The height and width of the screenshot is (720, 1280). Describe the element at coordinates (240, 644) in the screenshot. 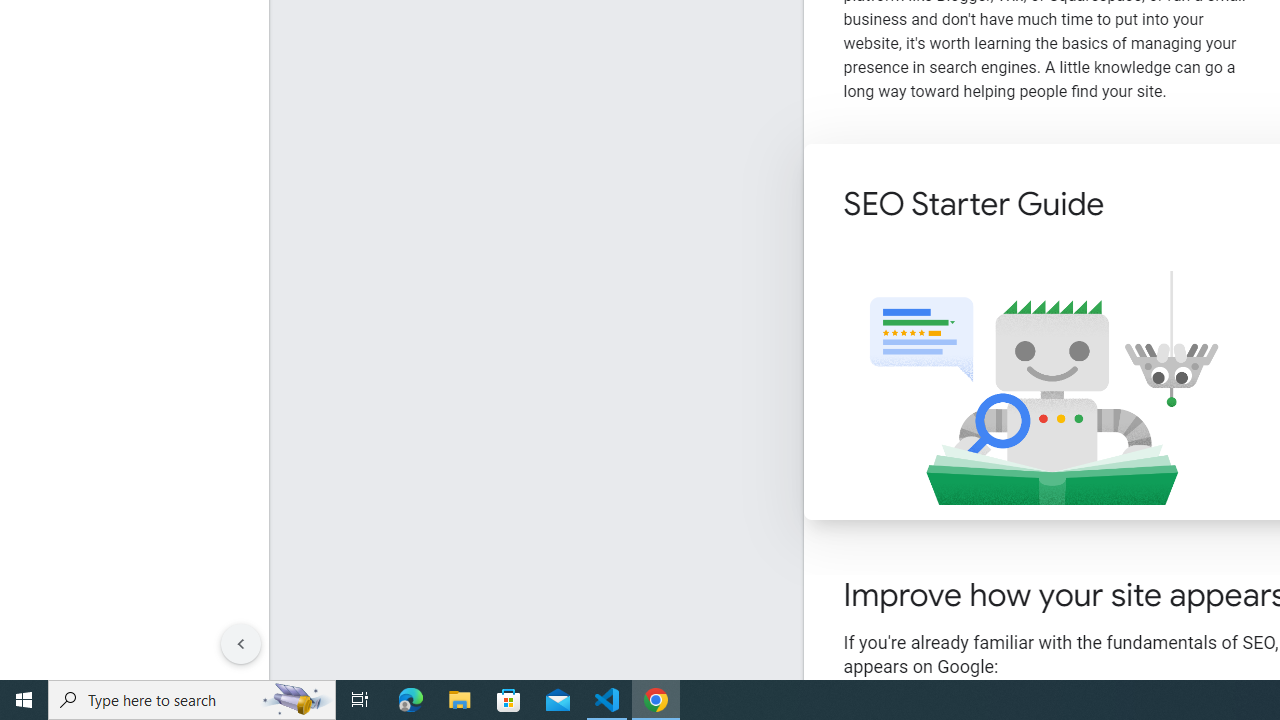

I see `'Hide side navigation'` at that location.